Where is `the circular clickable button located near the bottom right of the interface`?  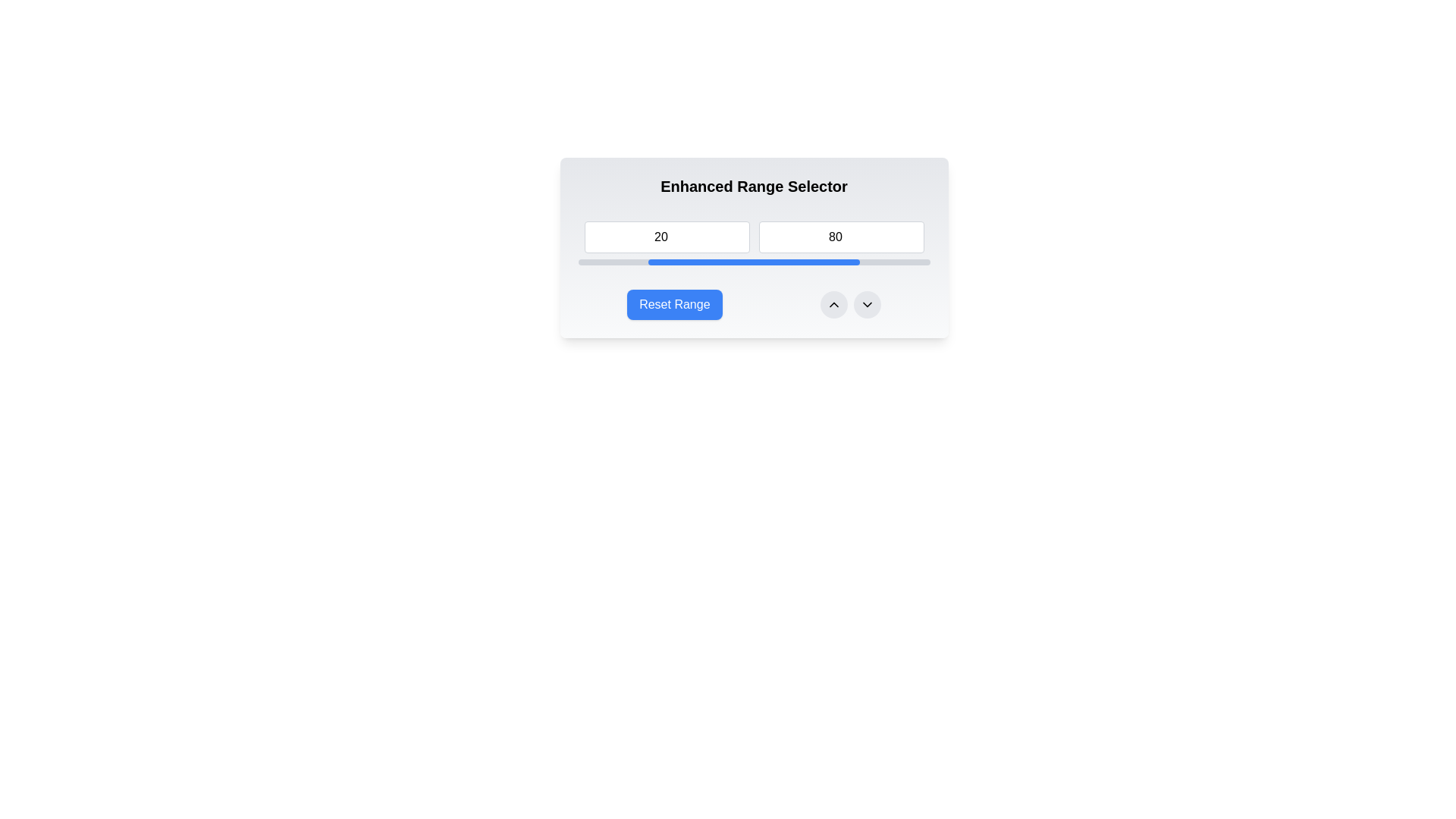 the circular clickable button located near the bottom right of the interface is located at coordinates (833, 304).